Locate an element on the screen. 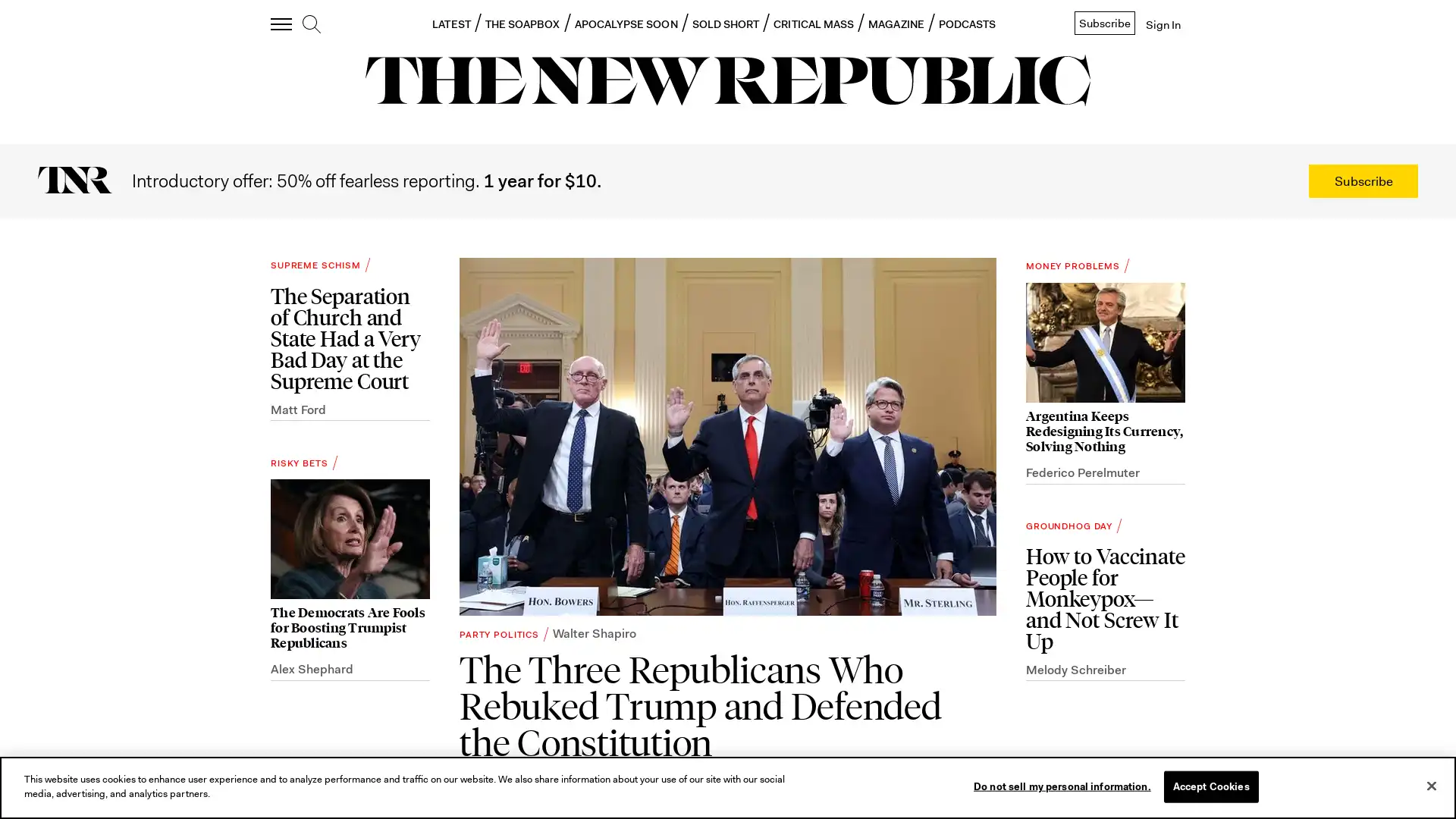 This screenshot has height=819, width=1456. Sign In is located at coordinates (1161, 24).